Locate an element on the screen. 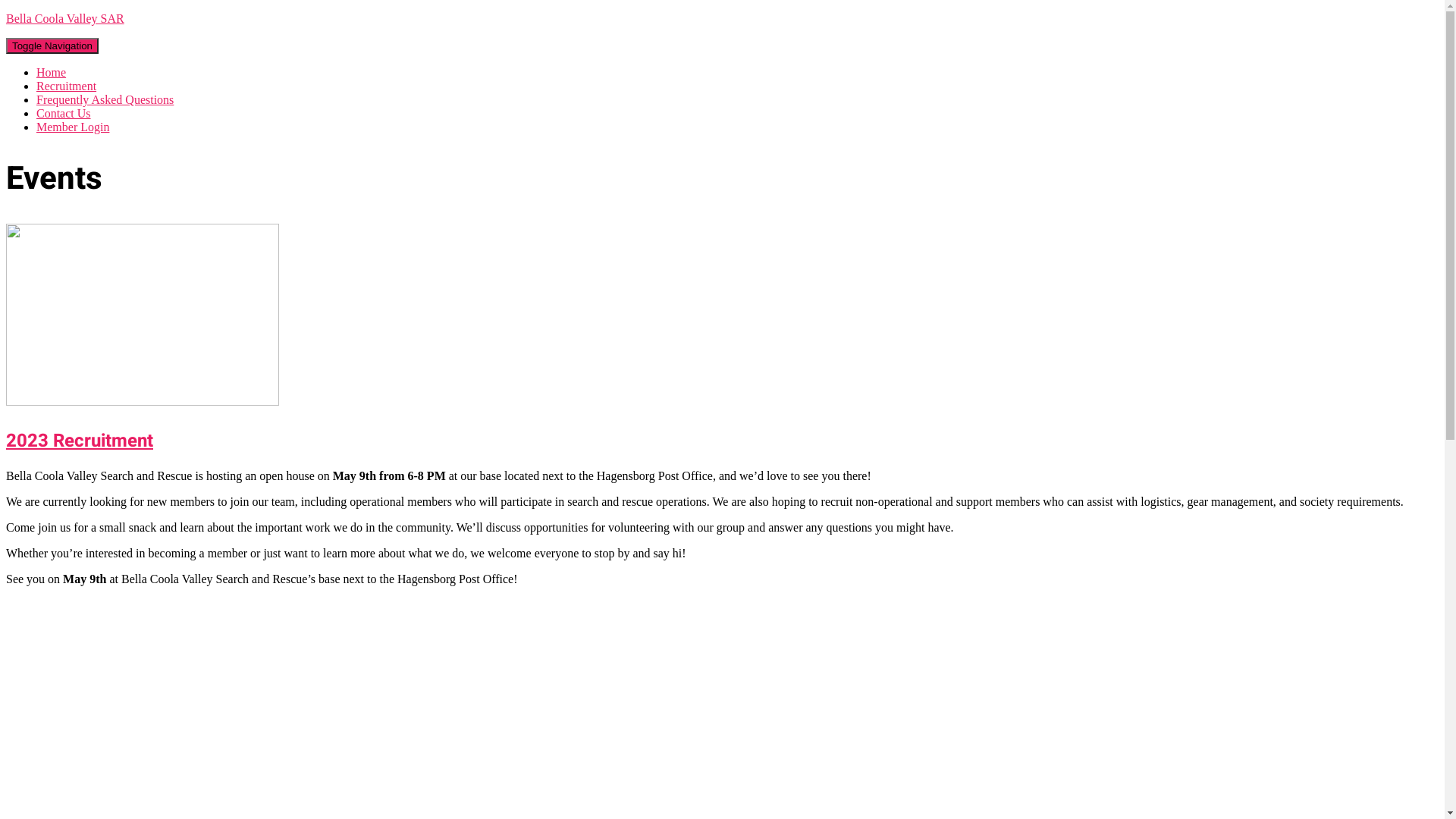  '2023 Recruitment' is located at coordinates (6, 441).